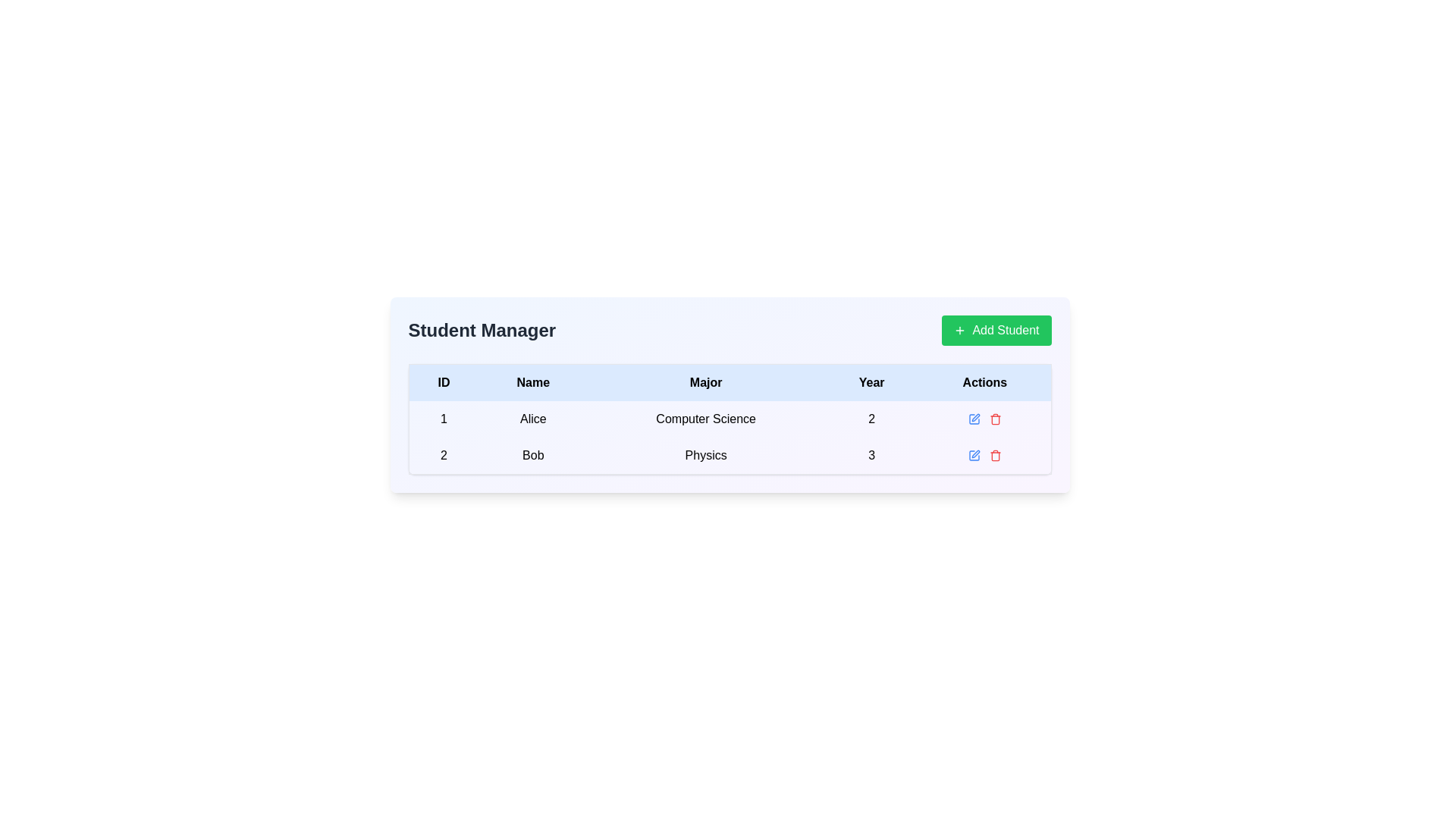 This screenshot has width=1456, height=819. What do you see at coordinates (975, 453) in the screenshot?
I see `the edit icon in the 'Actions' column for the row corresponding to the student 'Bob'` at bounding box center [975, 453].